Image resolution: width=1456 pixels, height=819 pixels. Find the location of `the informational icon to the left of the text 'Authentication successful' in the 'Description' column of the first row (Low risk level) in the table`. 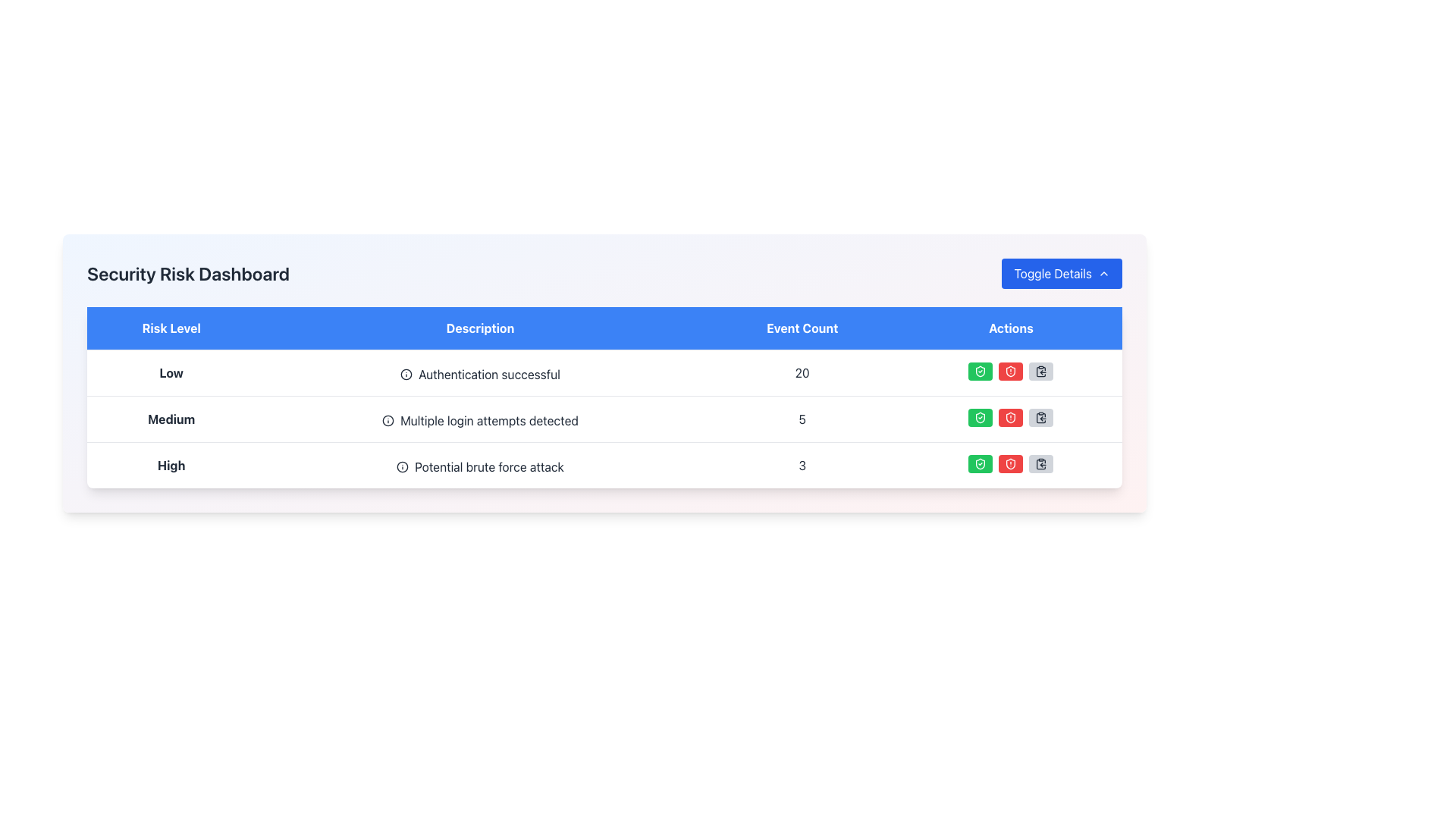

the informational icon to the left of the text 'Authentication successful' in the 'Description' column of the first row (Low risk level) in the table is located at coordinates (406, 374).